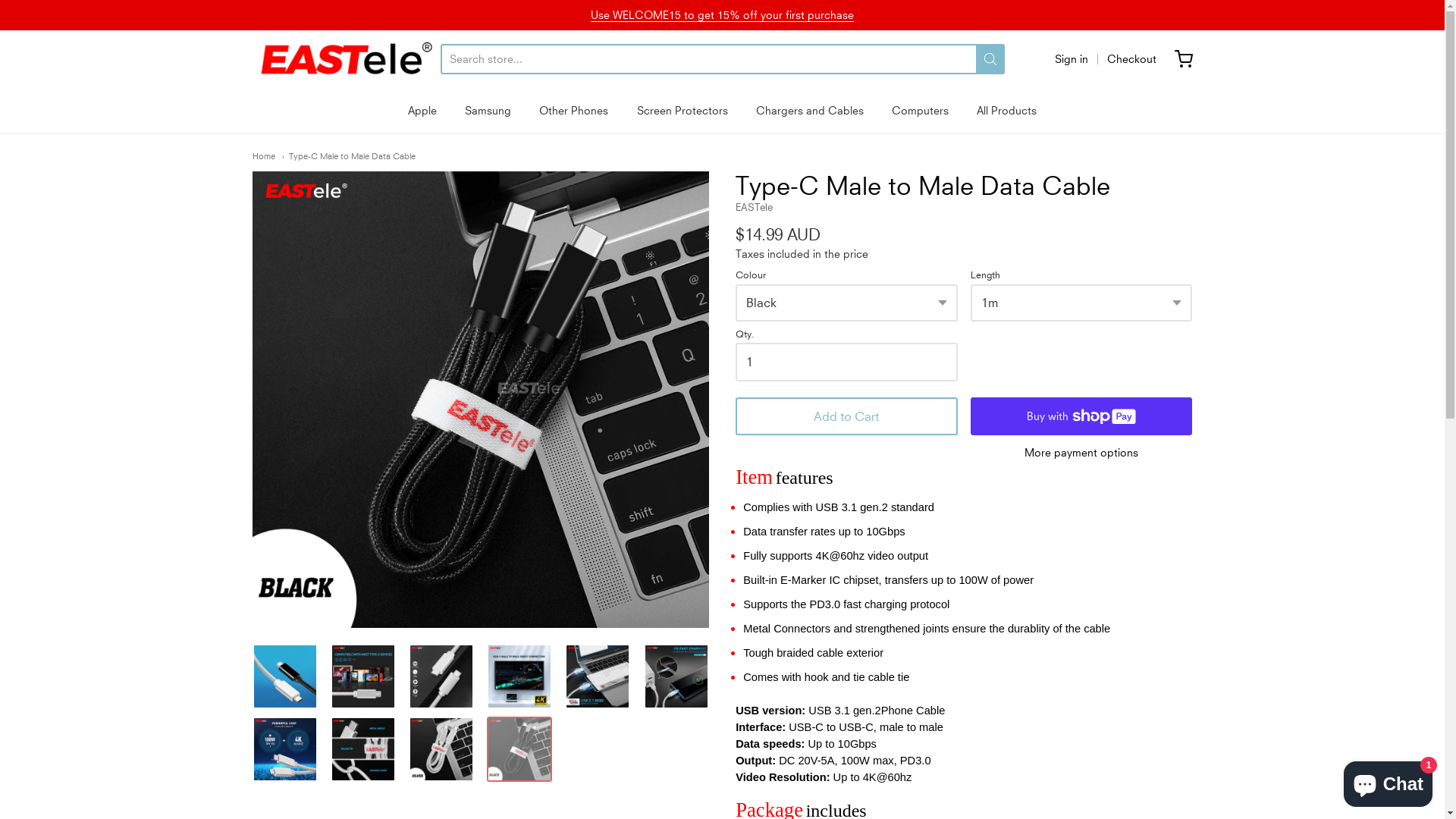 This screenshot has height=819, width=1456. What do you see at coordinates (479, 399) in the screenshot?
I see `'Type-C Male to Male Data Cable'` at bounding box center [479, 399].